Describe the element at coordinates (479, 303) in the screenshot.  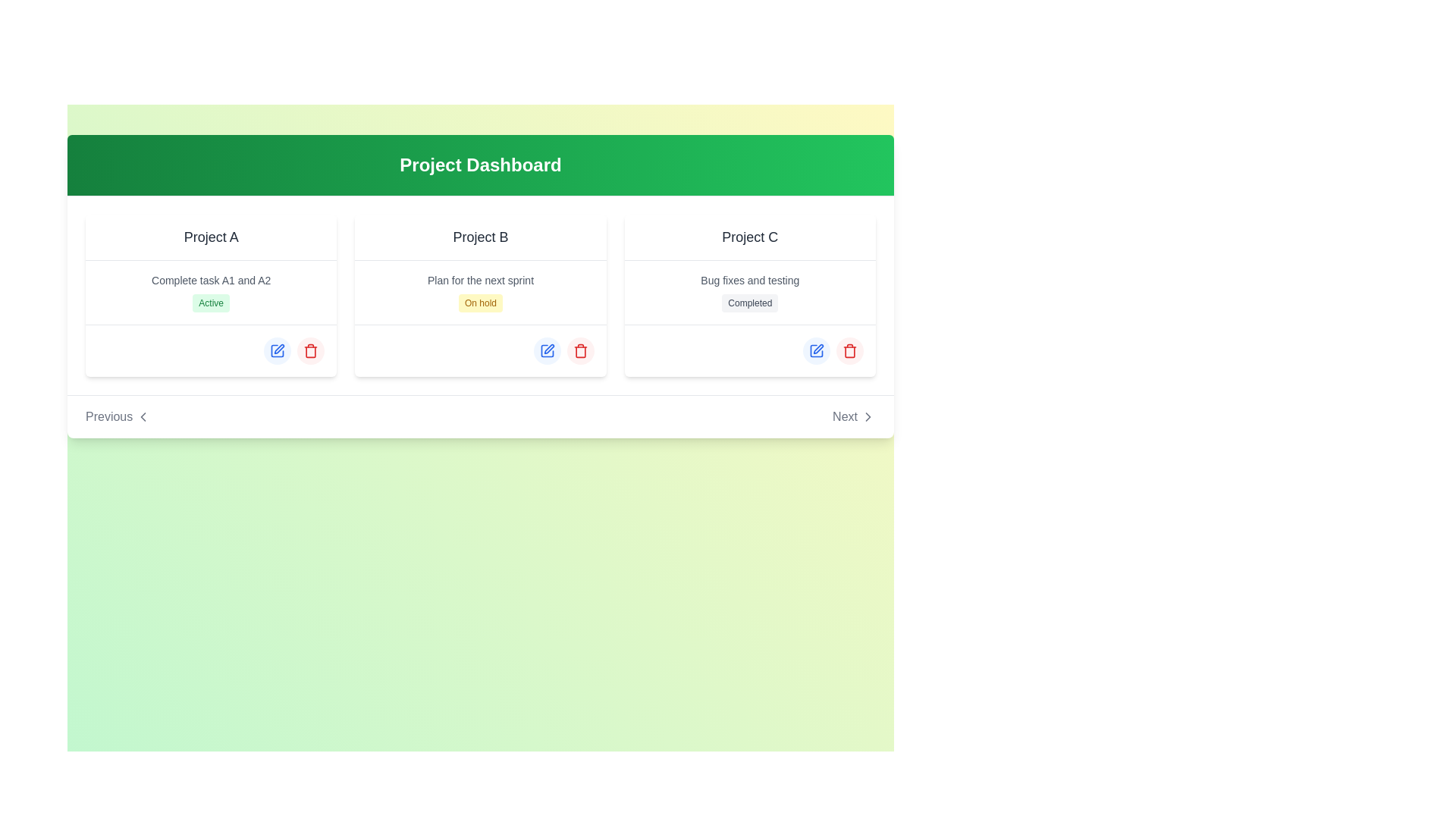
I see `the status badge indicating 'On hold' within the 'Project B' section of the dashboard, located beneath the header 'Plan for the next sprint'` at that location.